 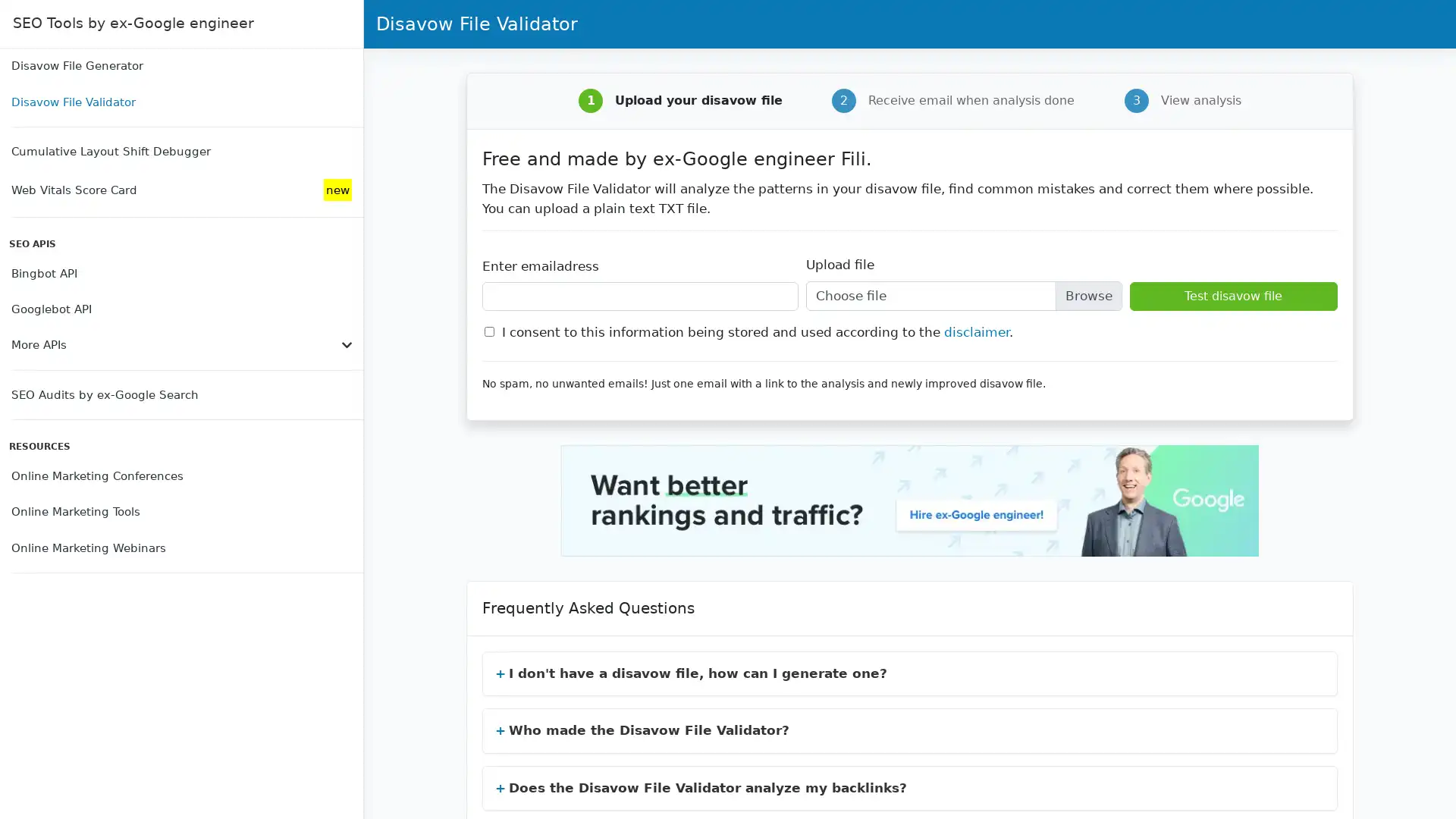 I want to click on Test disavow file, so click(x=1233, y=296).